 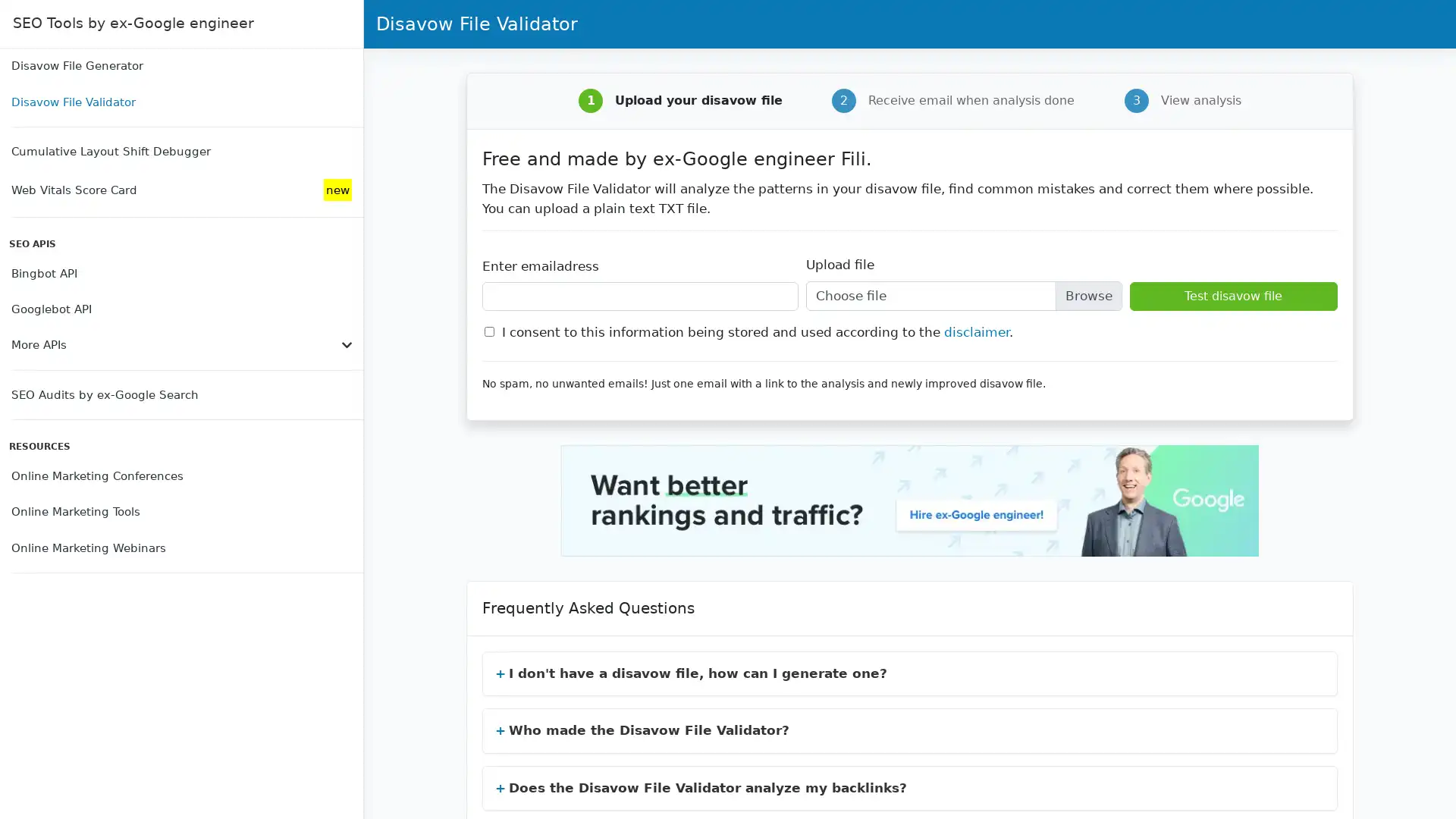 I want to click on Test disavow file, so click(x=1233, y=296).